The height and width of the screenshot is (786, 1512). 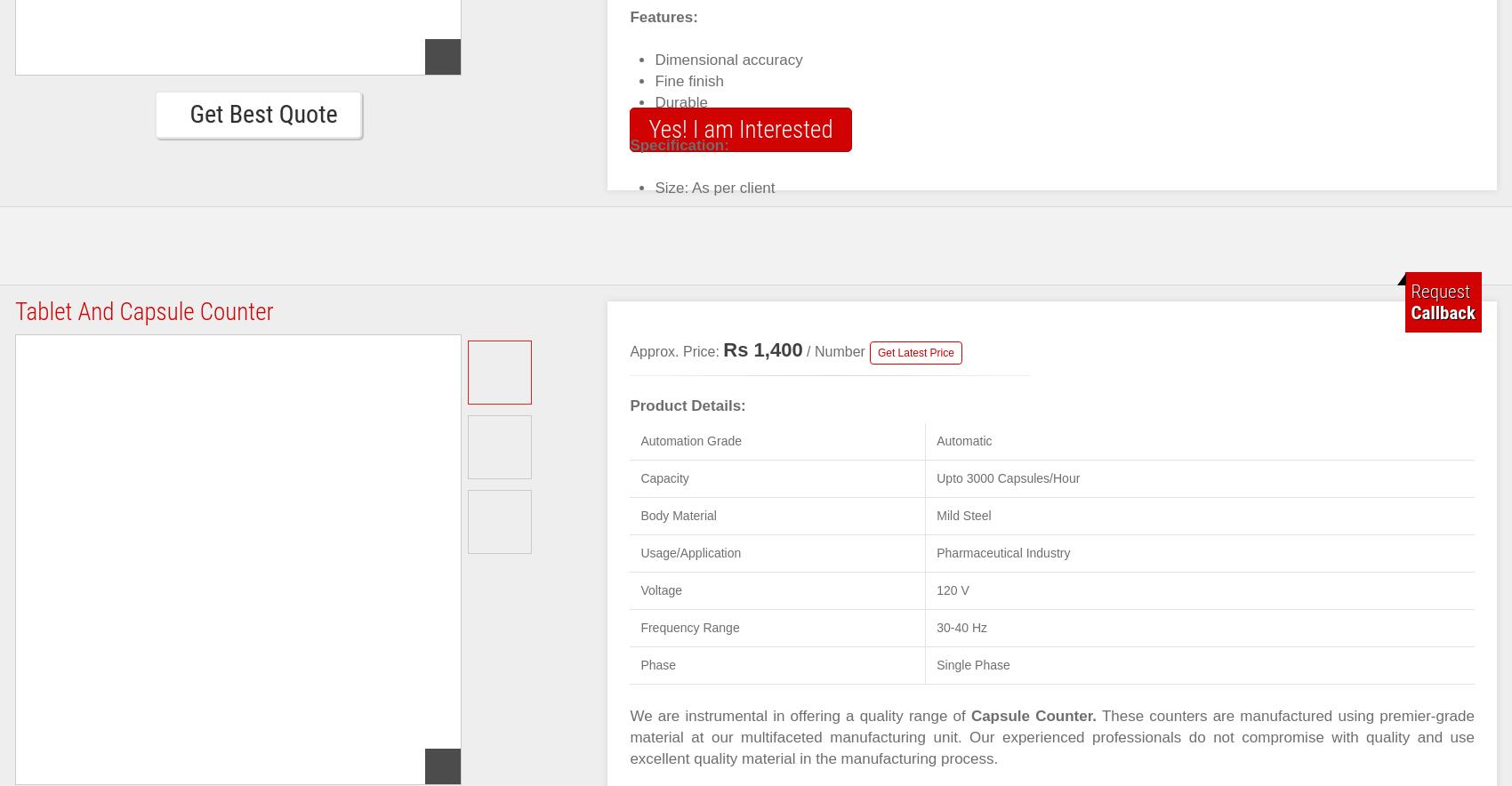 I want to click on 'Tablet And Capsule Counter', so click(x=143, y=311).